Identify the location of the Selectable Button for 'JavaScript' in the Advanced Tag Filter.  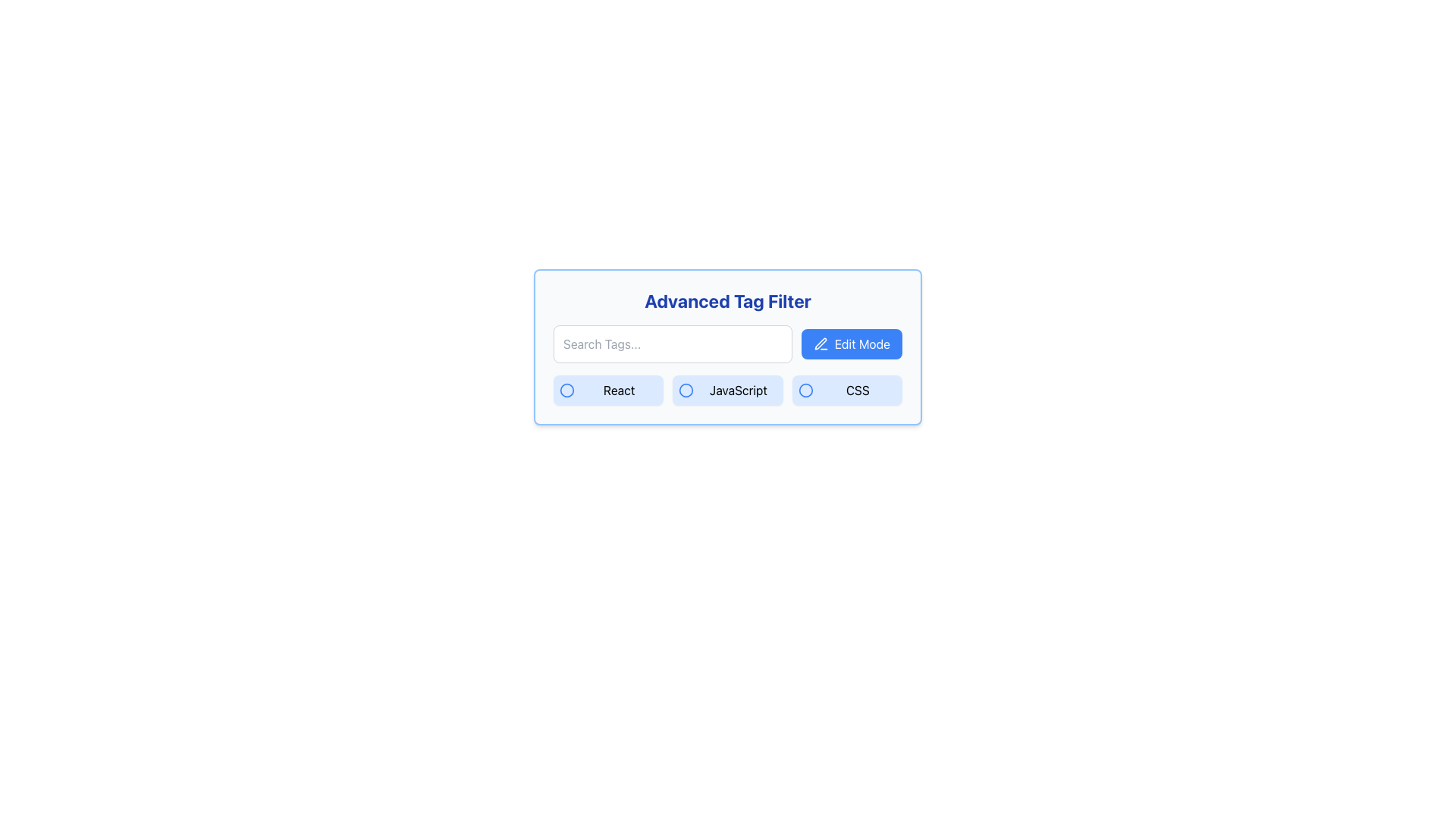
(739, 390).